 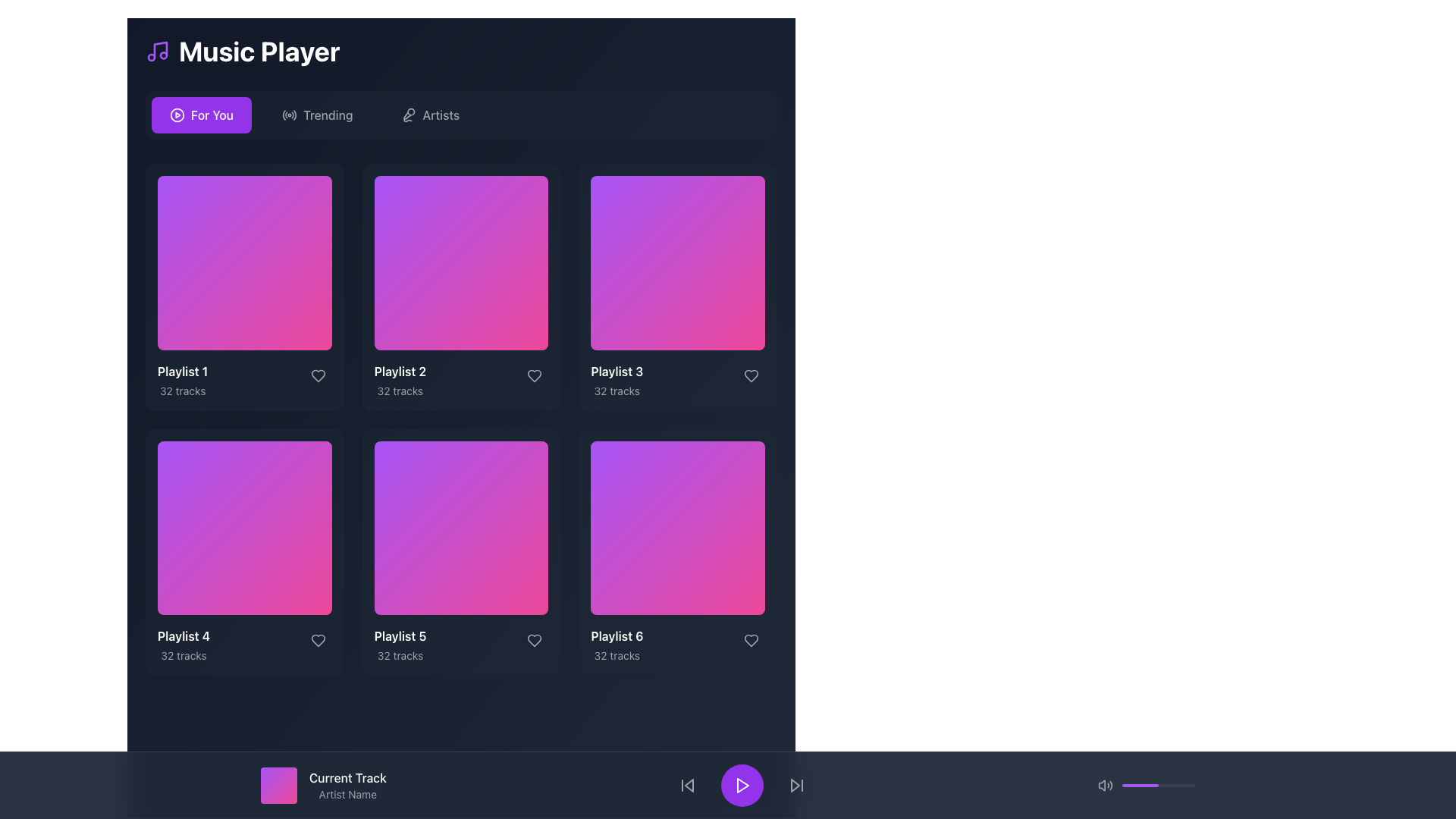 I want to click on the radio wave icon located in the top navigation bar, which is positioned in front of the word 'Trending', so click(x=290, y=114).